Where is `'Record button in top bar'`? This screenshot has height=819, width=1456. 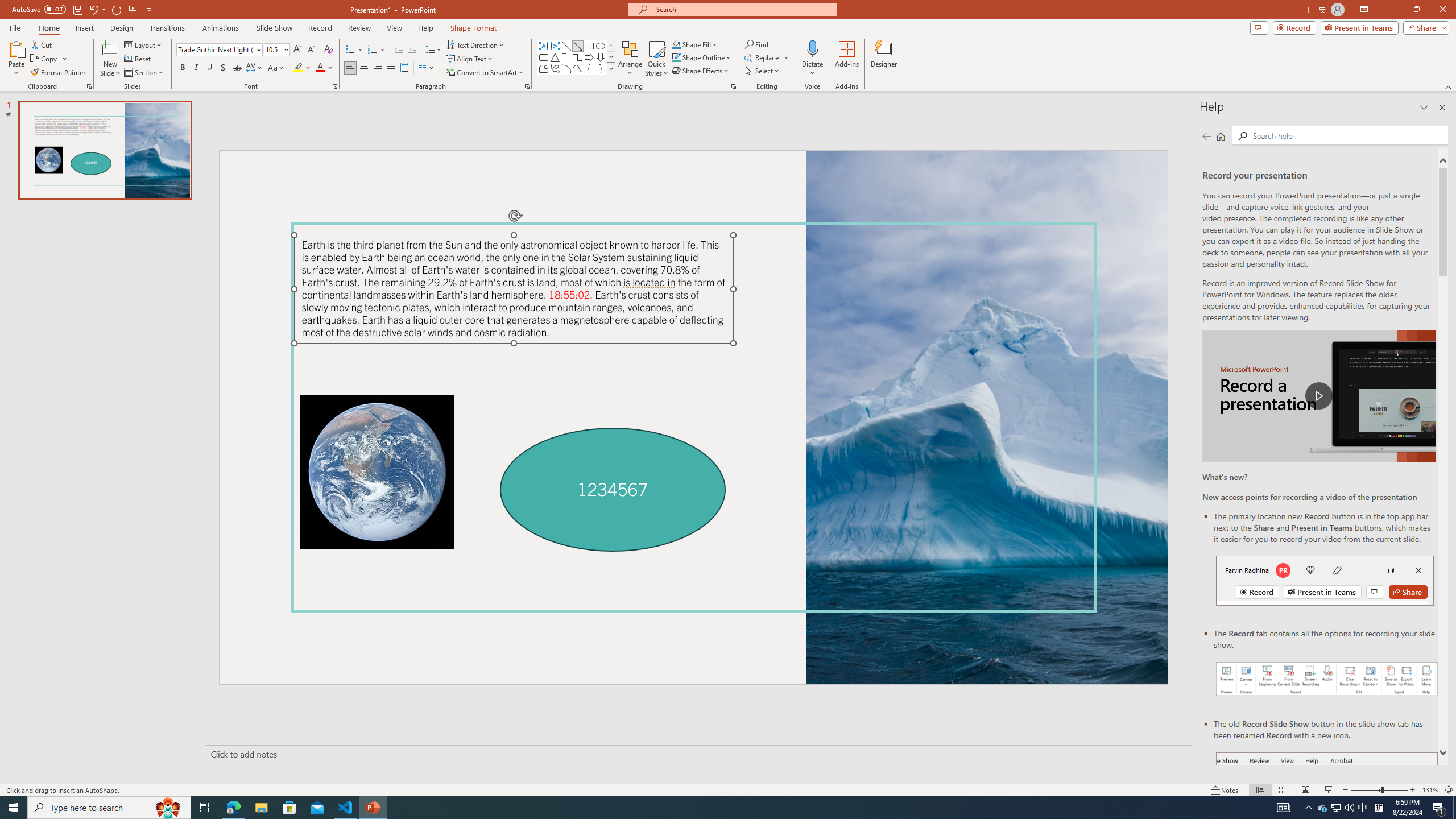
'Record button in top bar' is located at coordinates (1324, 580).